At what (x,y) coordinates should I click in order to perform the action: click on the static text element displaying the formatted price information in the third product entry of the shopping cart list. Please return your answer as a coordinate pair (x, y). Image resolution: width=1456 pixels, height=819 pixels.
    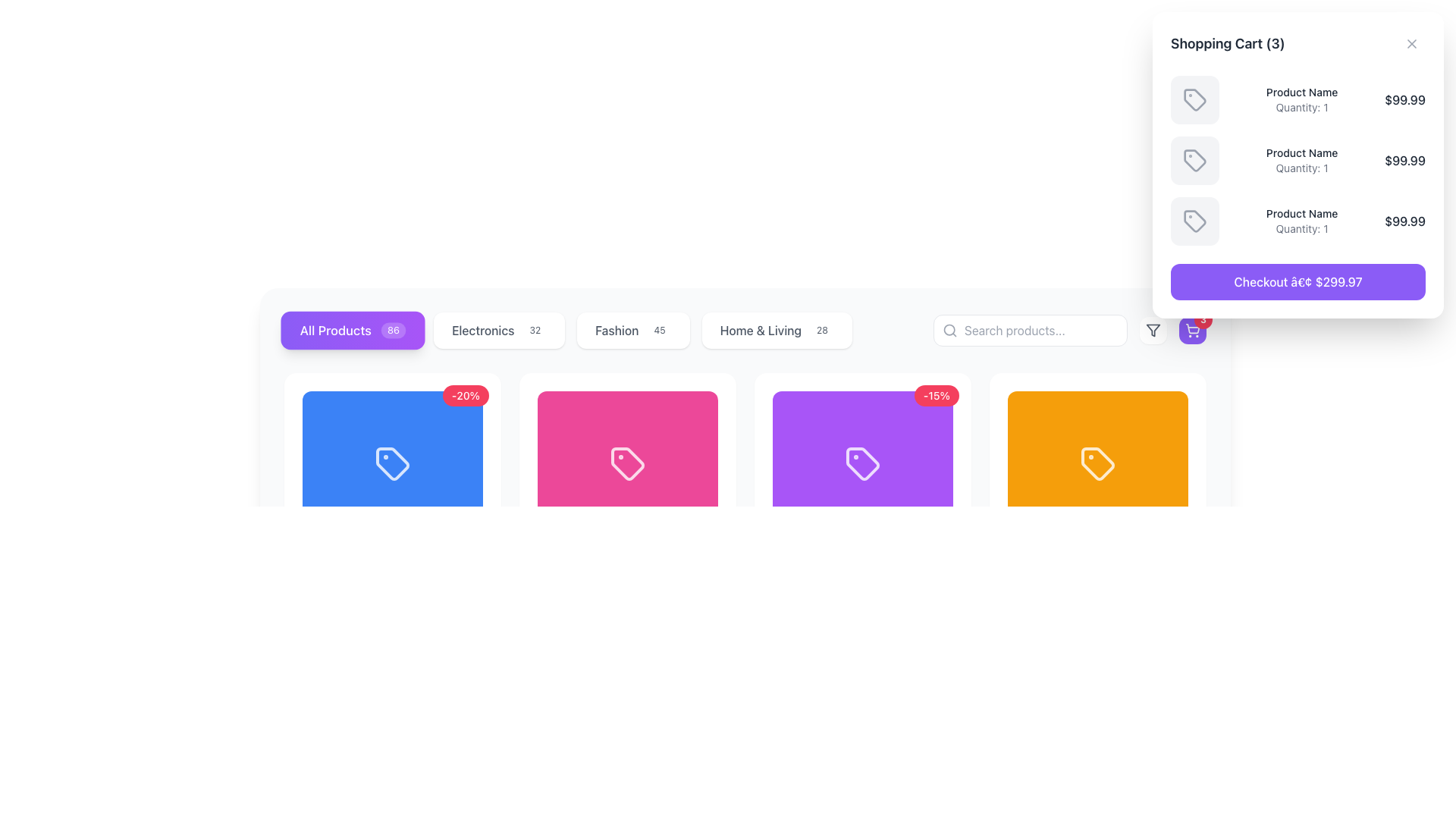
    Looking at the image, I should click on (1404, 221).